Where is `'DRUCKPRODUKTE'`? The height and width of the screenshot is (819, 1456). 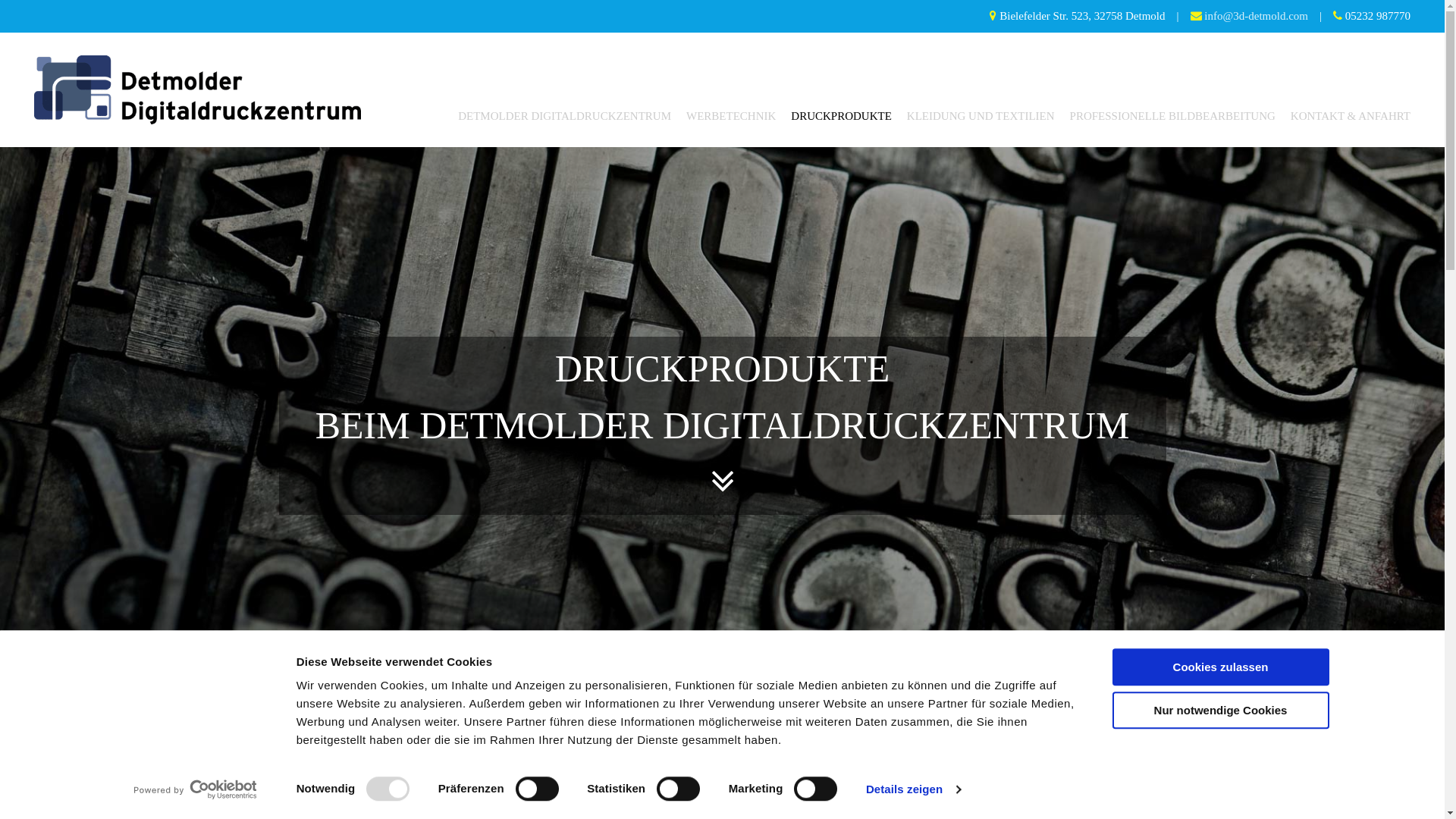
'DRUCKPRODUKTE' is located at coordinates (833, 116).